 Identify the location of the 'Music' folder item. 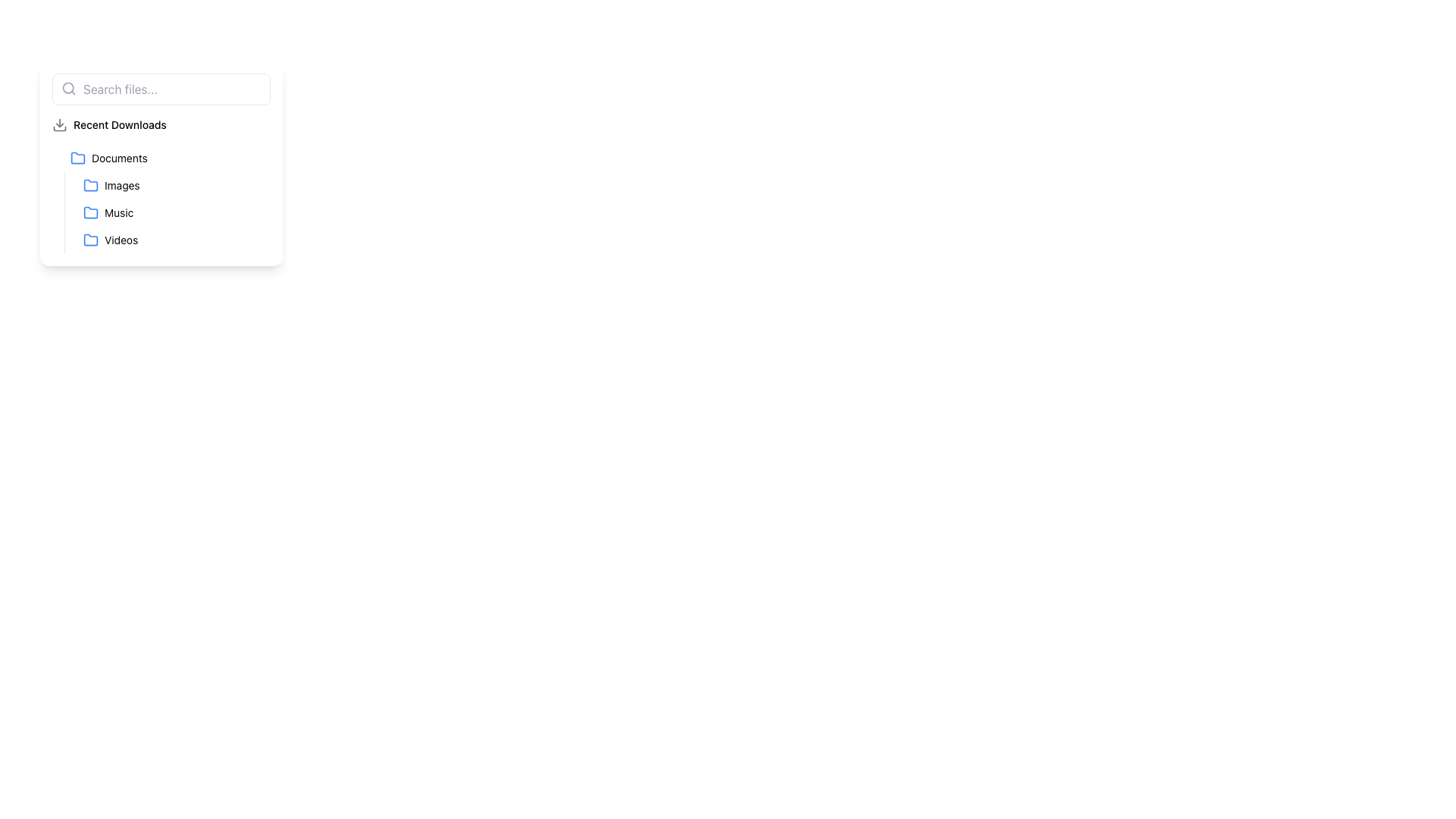
(174, 213).